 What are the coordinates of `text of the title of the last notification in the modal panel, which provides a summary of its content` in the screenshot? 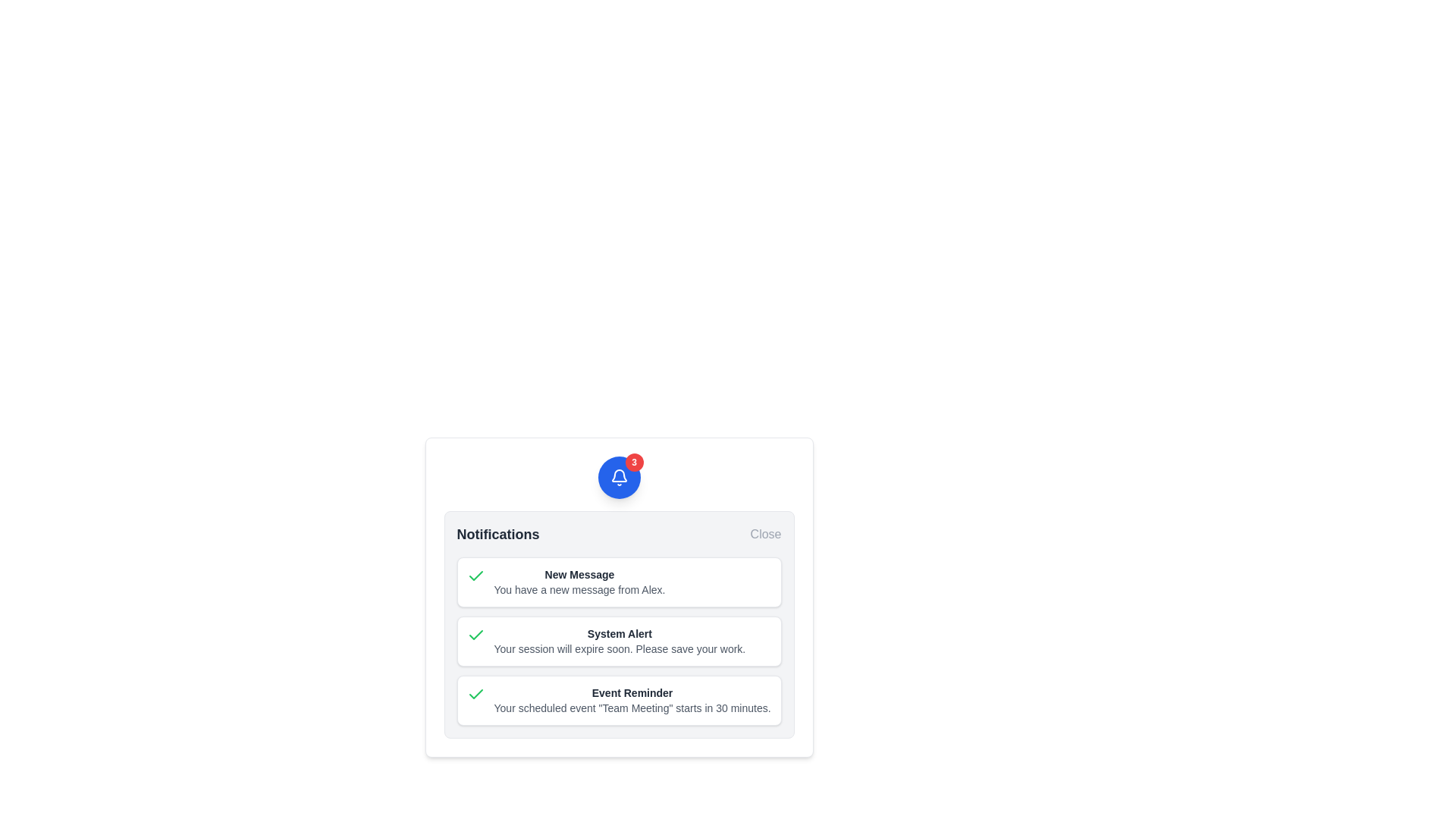 It's located at (632, 693).